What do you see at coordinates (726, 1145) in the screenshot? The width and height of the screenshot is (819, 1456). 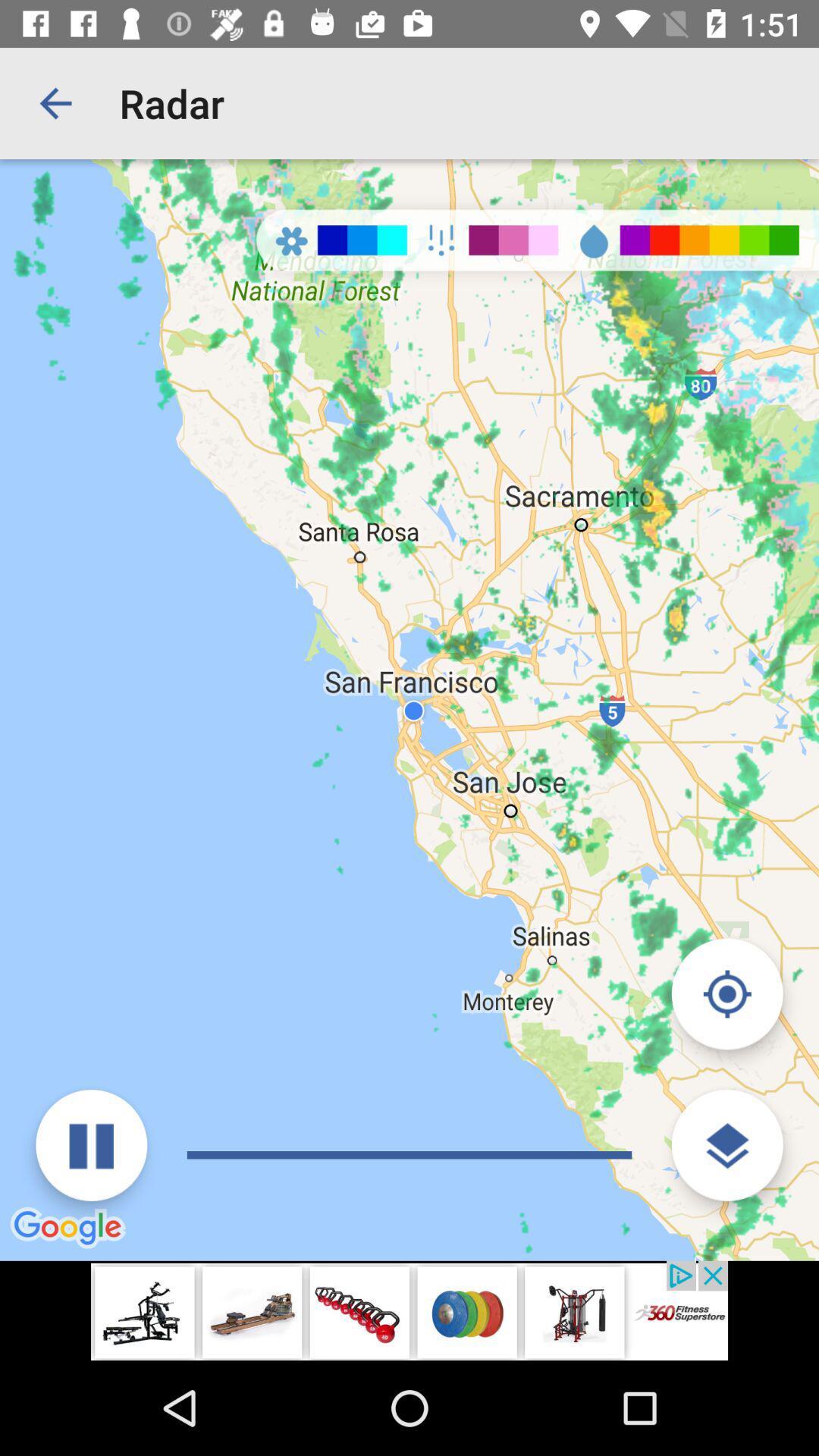 I see `show map` at bounding box center [726, 1145].